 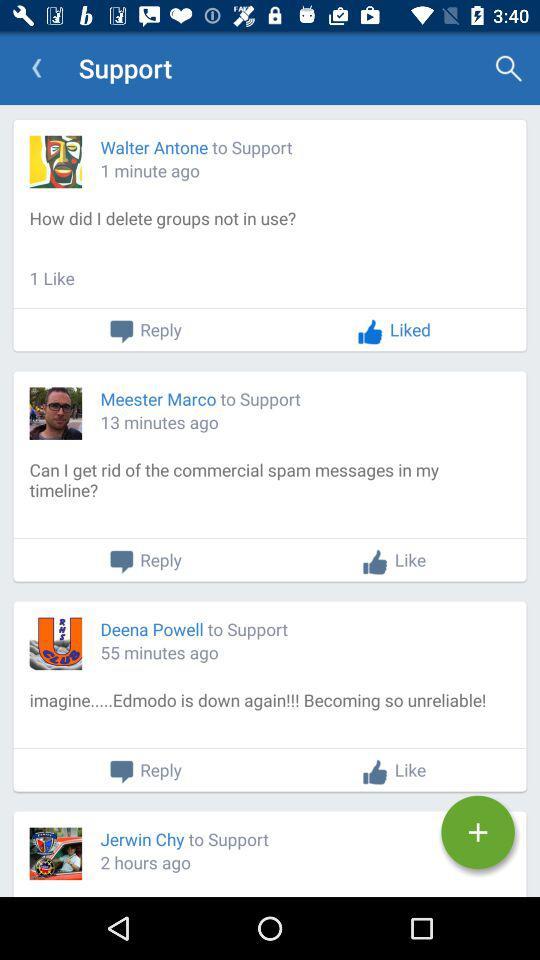 I want to click on the reply button which is above jerwin chy, so click(x=144, y=770).